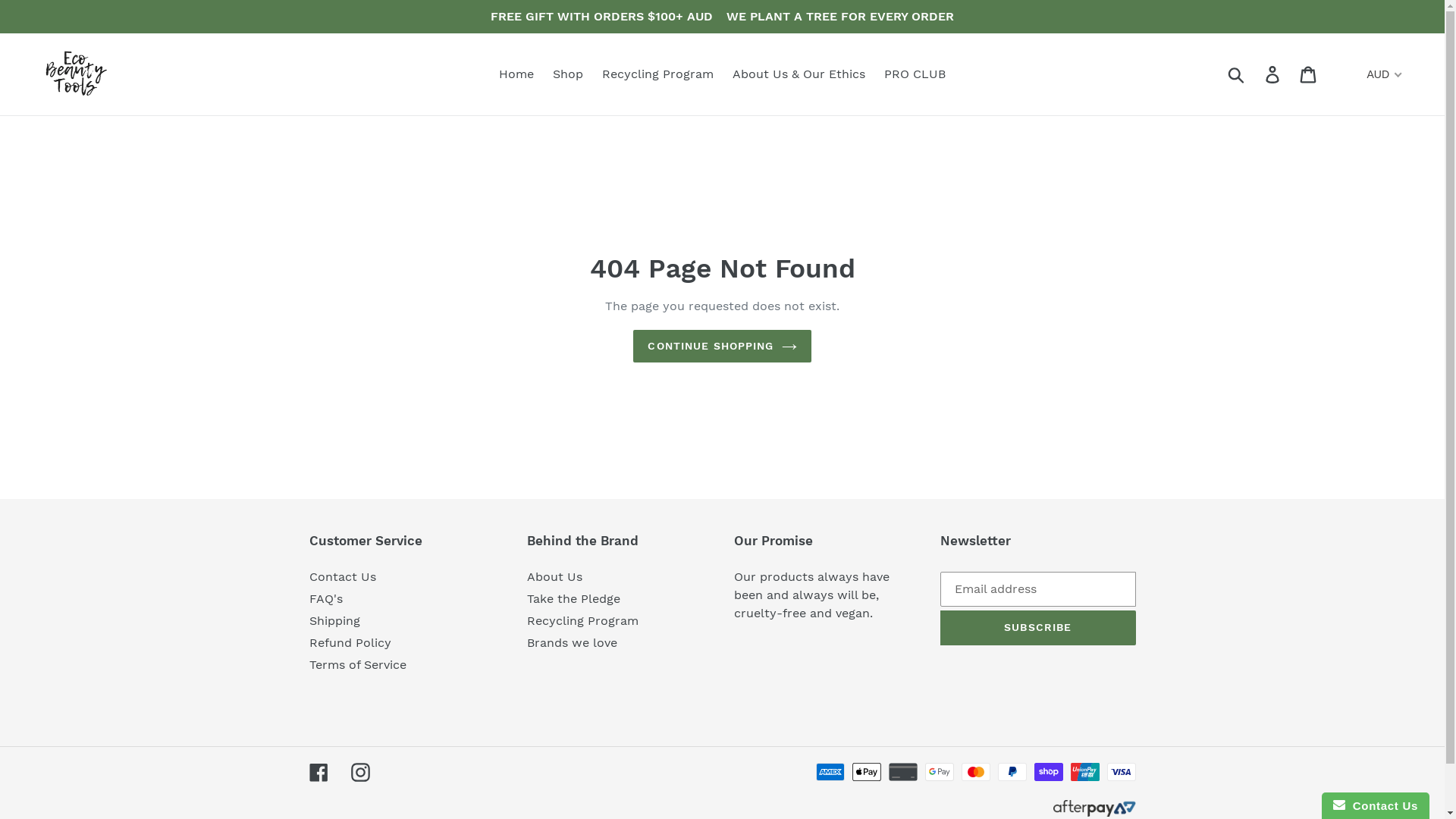  I want to click on 'Facebook', so click(309, 772).